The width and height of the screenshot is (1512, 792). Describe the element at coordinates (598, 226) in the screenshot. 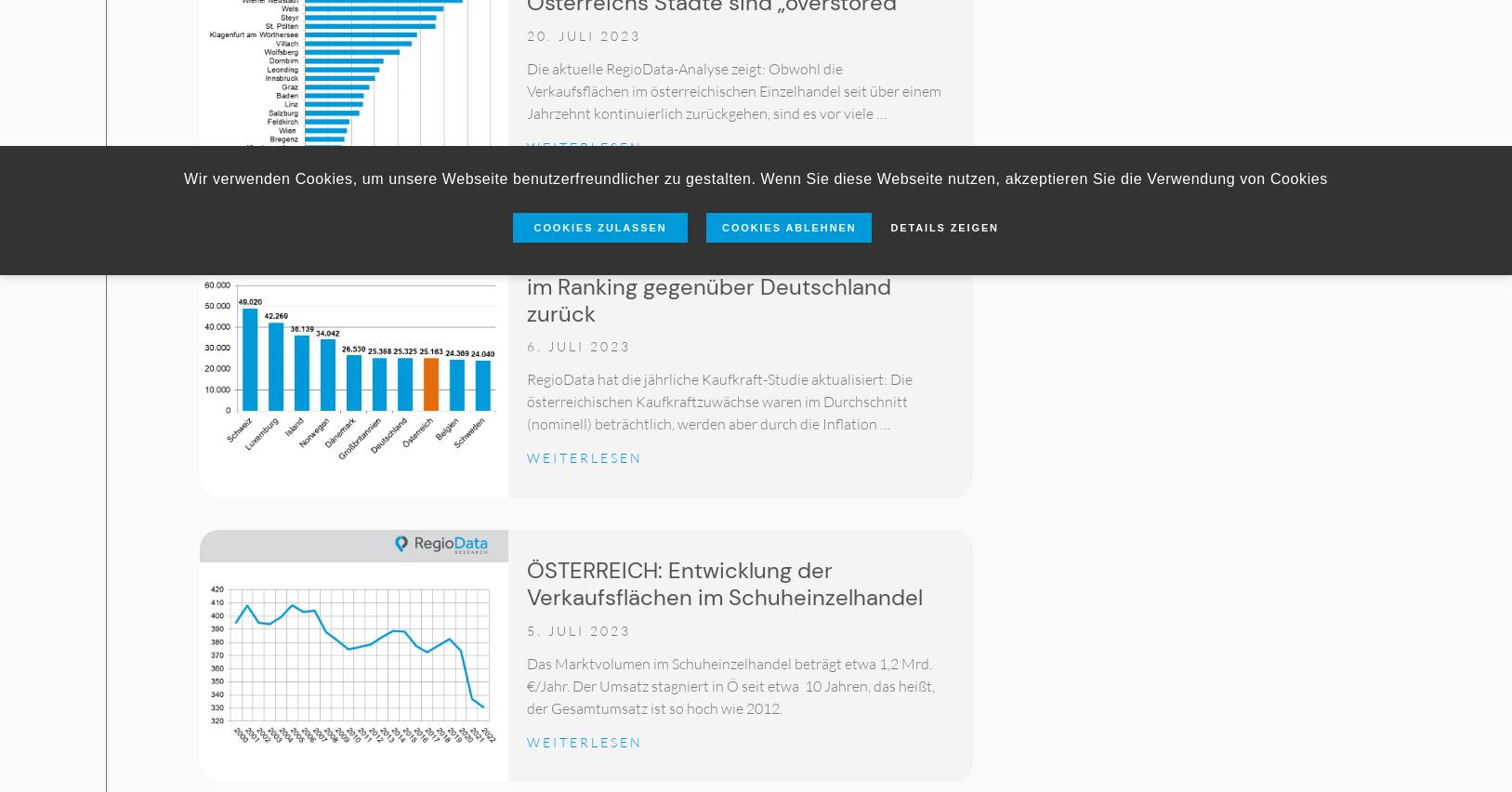

I see `'Cookies zulassen'` at that location.